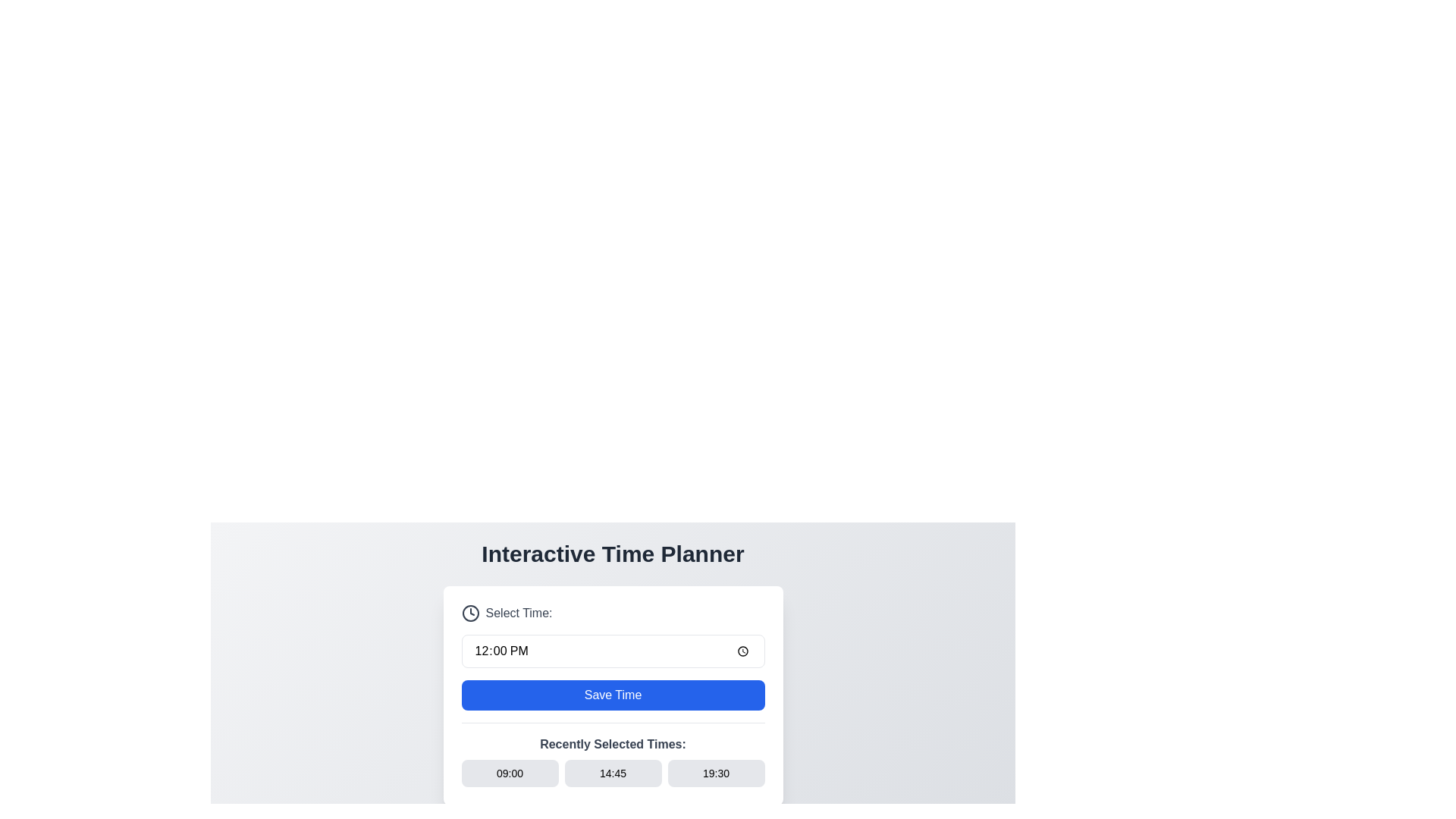 The image size is (1456, 819). I want to click on the Text Label that reads 'Recently Selected Times:', styled in grayish color and bold, positioned above the time selection buttons, so click(613, 744).